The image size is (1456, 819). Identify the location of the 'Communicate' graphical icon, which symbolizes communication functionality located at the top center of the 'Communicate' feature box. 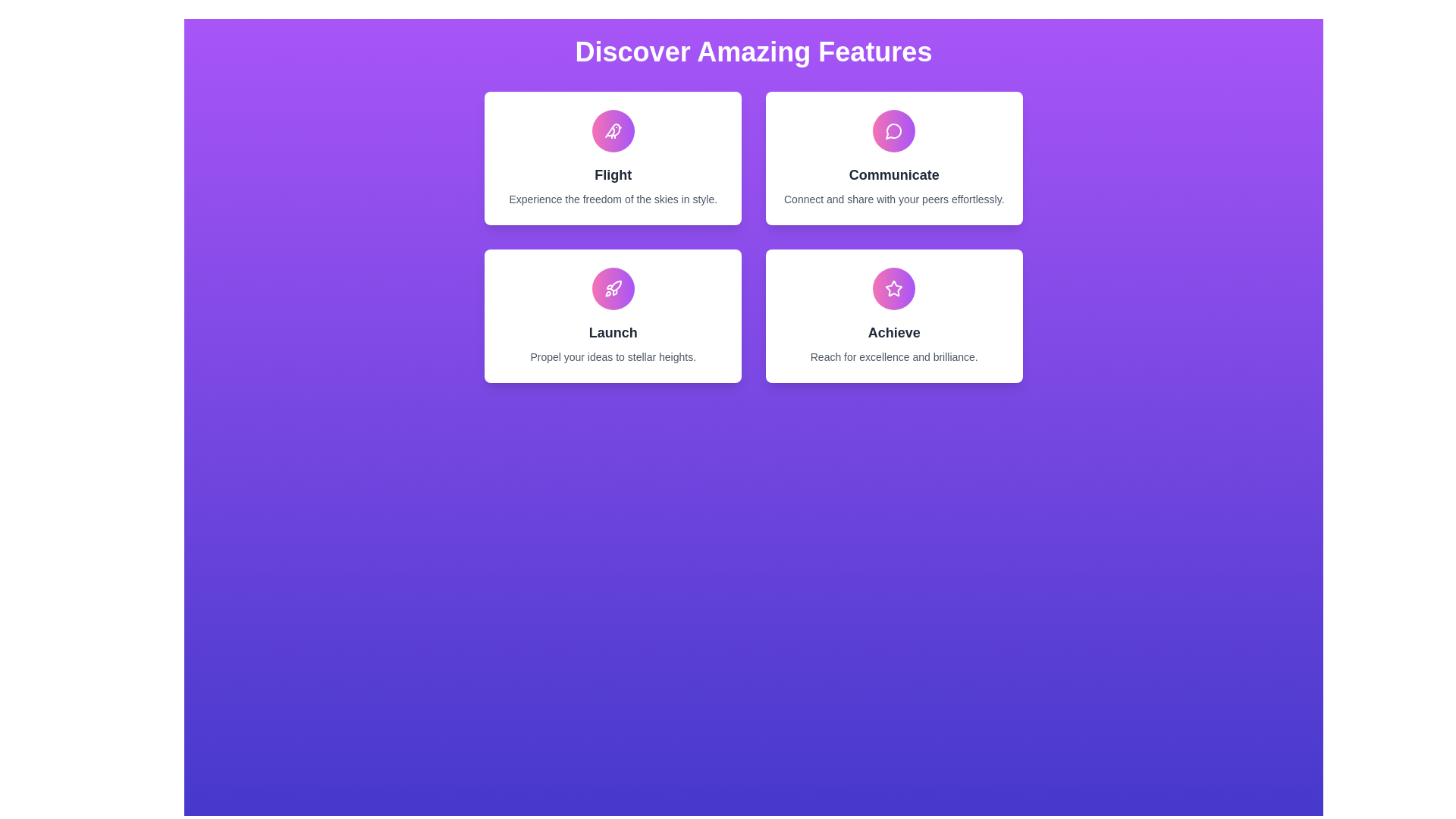
(893, 130).